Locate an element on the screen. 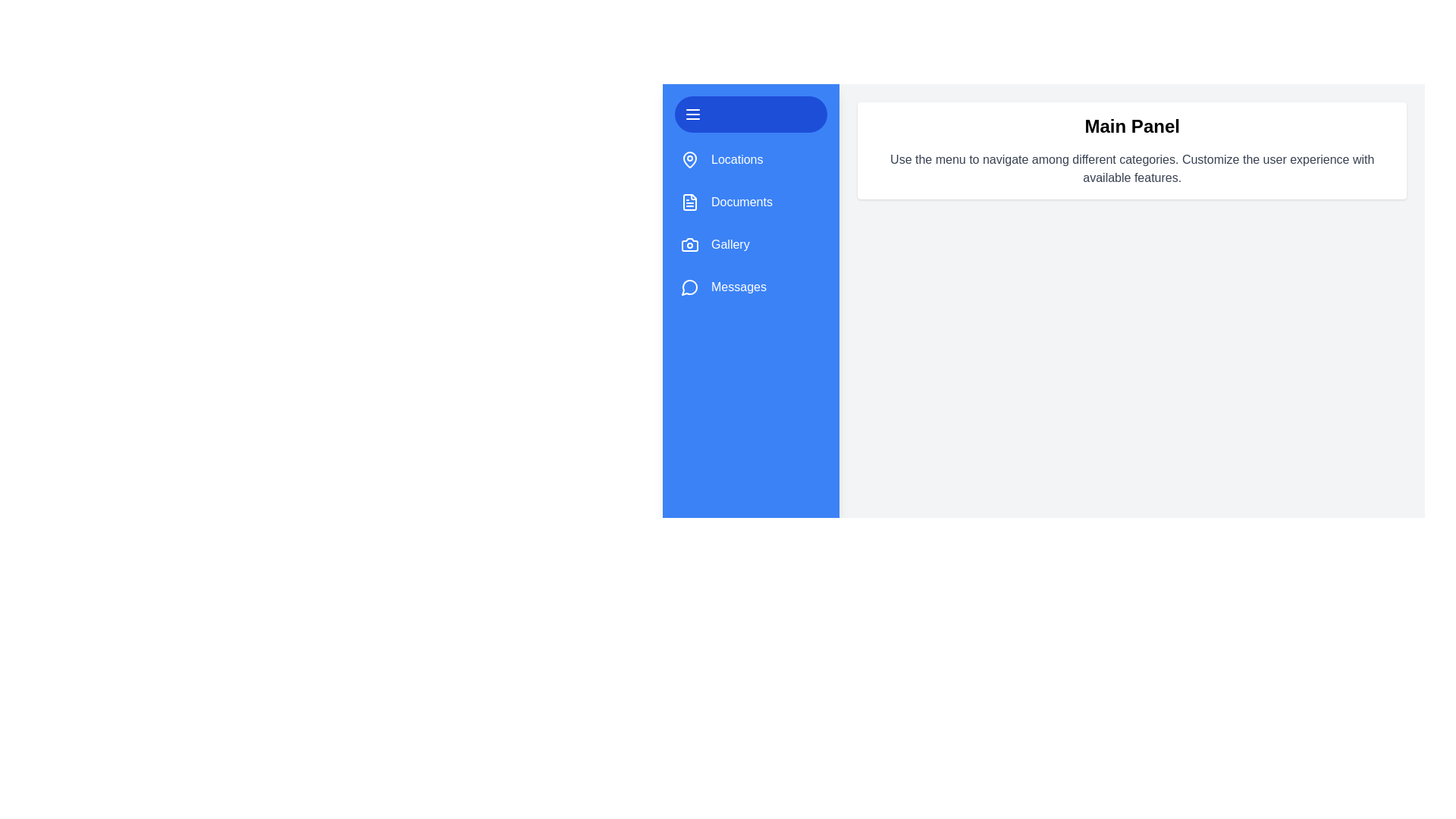 Image resolution: width=1456 pixels, height=819 pixels. the icon for the category Gallery to inspect it is located at coordinates (689, 244).